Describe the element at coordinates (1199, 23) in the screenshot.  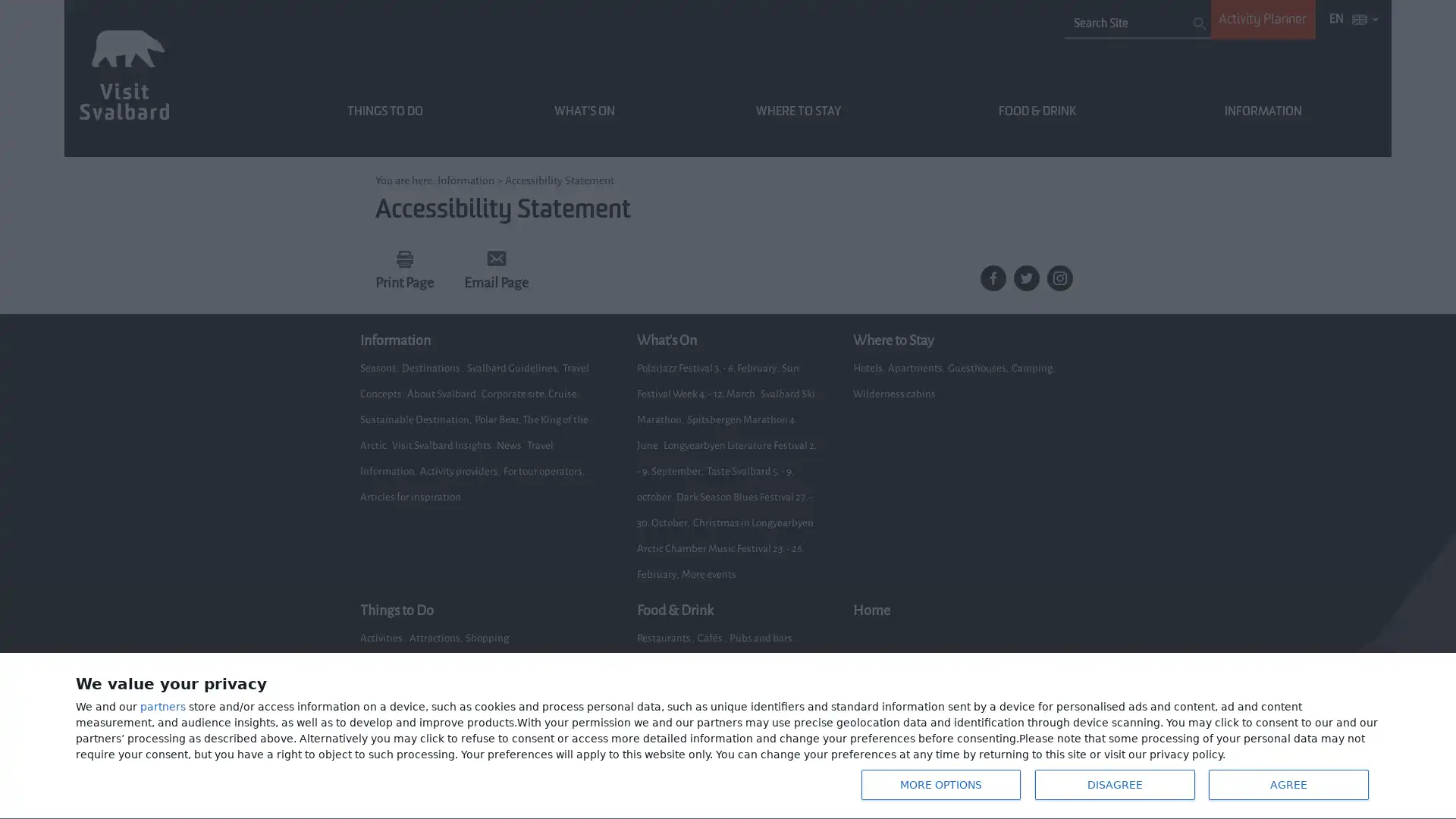
I see `submit` at that location.